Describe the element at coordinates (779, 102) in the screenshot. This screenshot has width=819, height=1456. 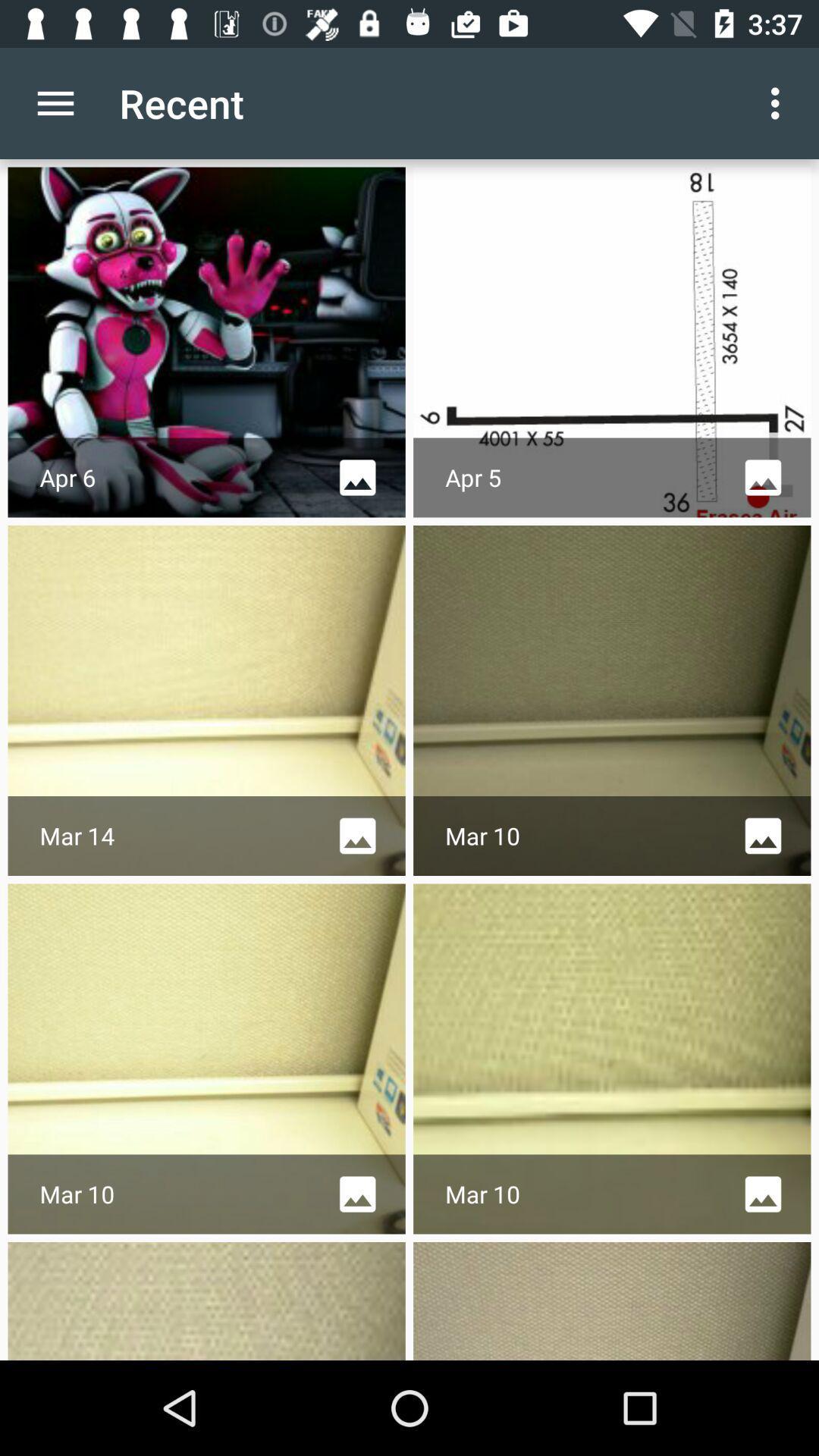
I see `item to the right of recent` at that location.